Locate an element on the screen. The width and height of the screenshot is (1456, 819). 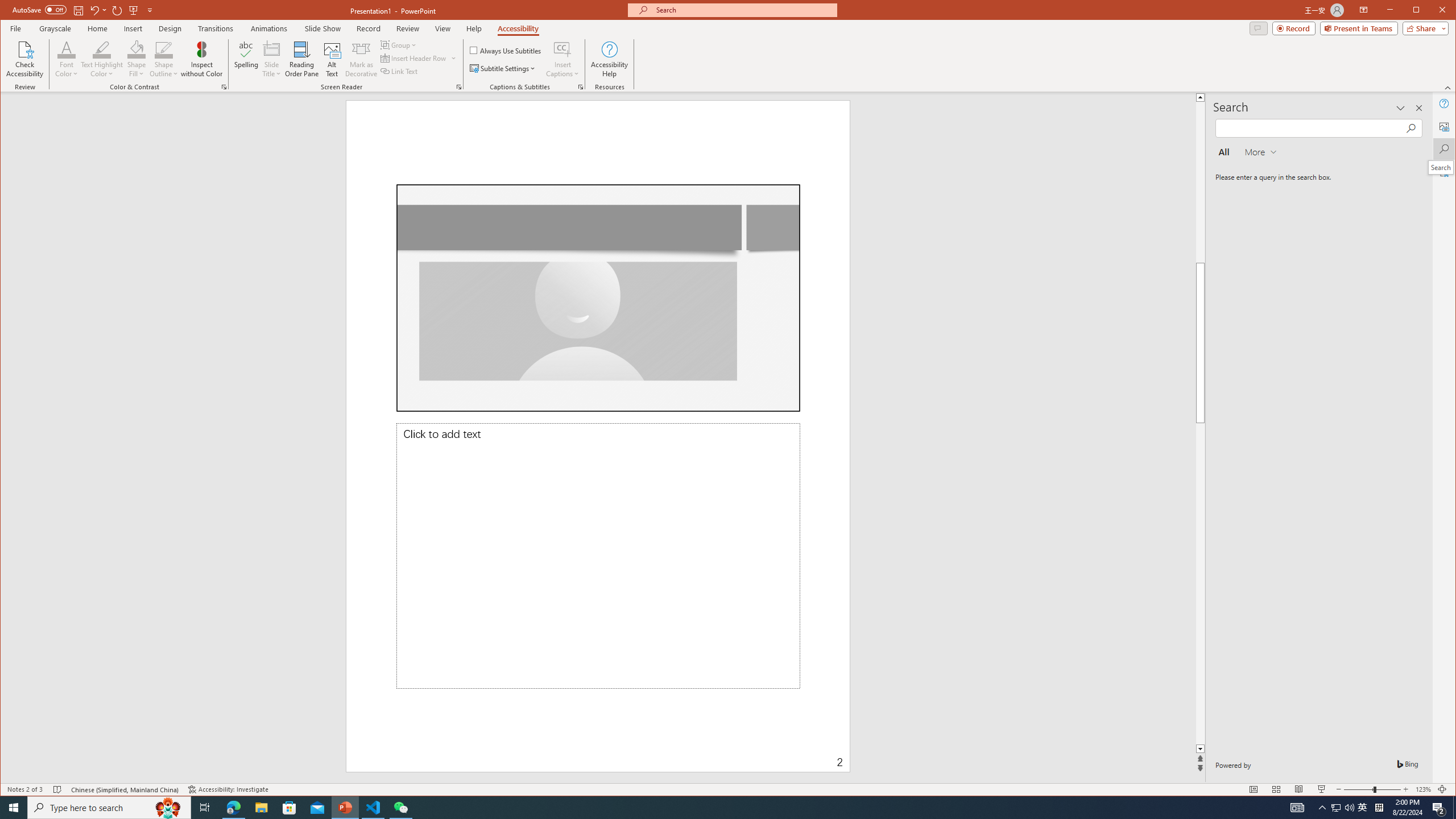
'Shape Fill Orange, Accent 2' is located at coordinates (136, 48).